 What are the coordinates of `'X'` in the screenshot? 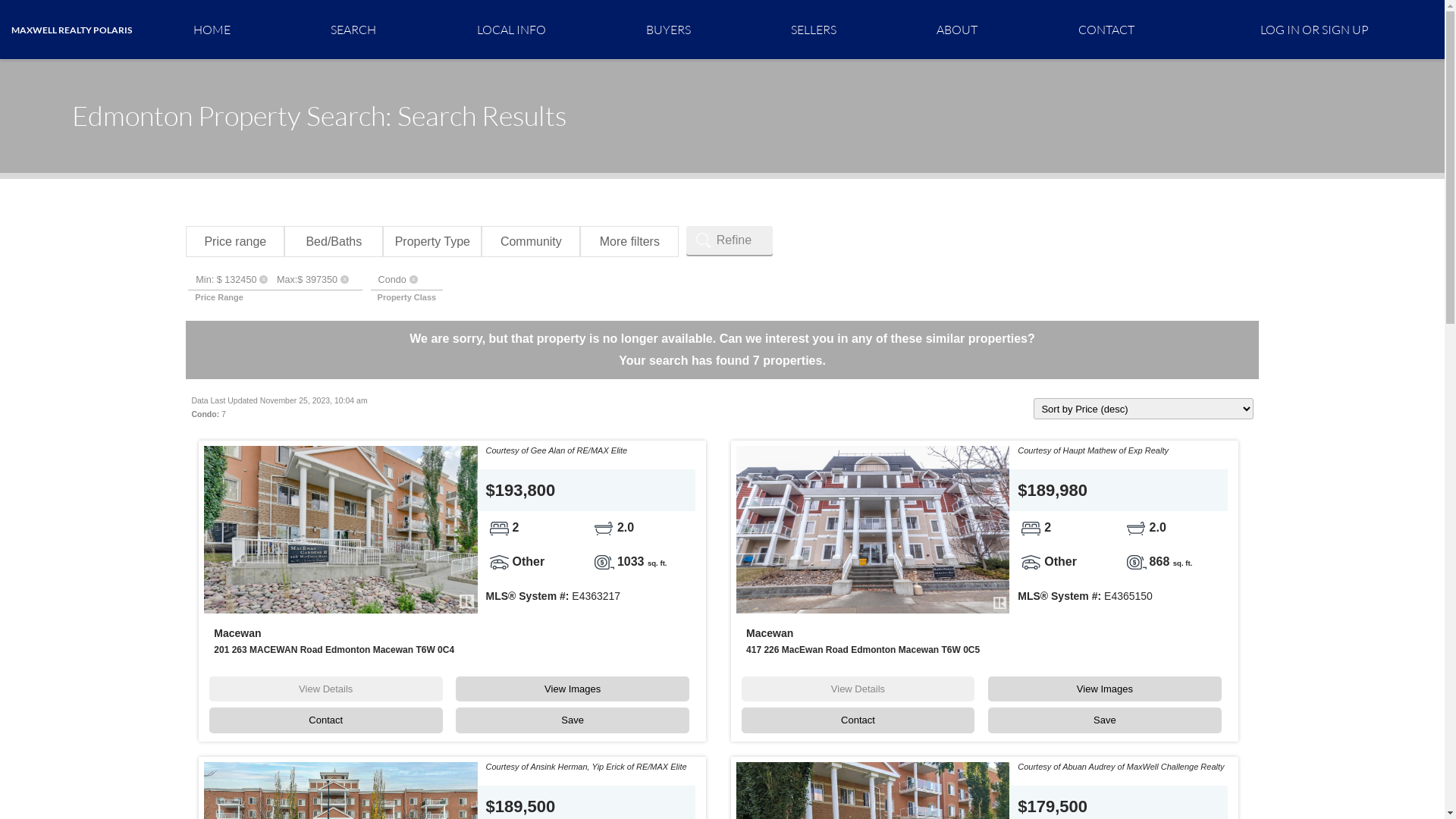 It's located at (413, 279).